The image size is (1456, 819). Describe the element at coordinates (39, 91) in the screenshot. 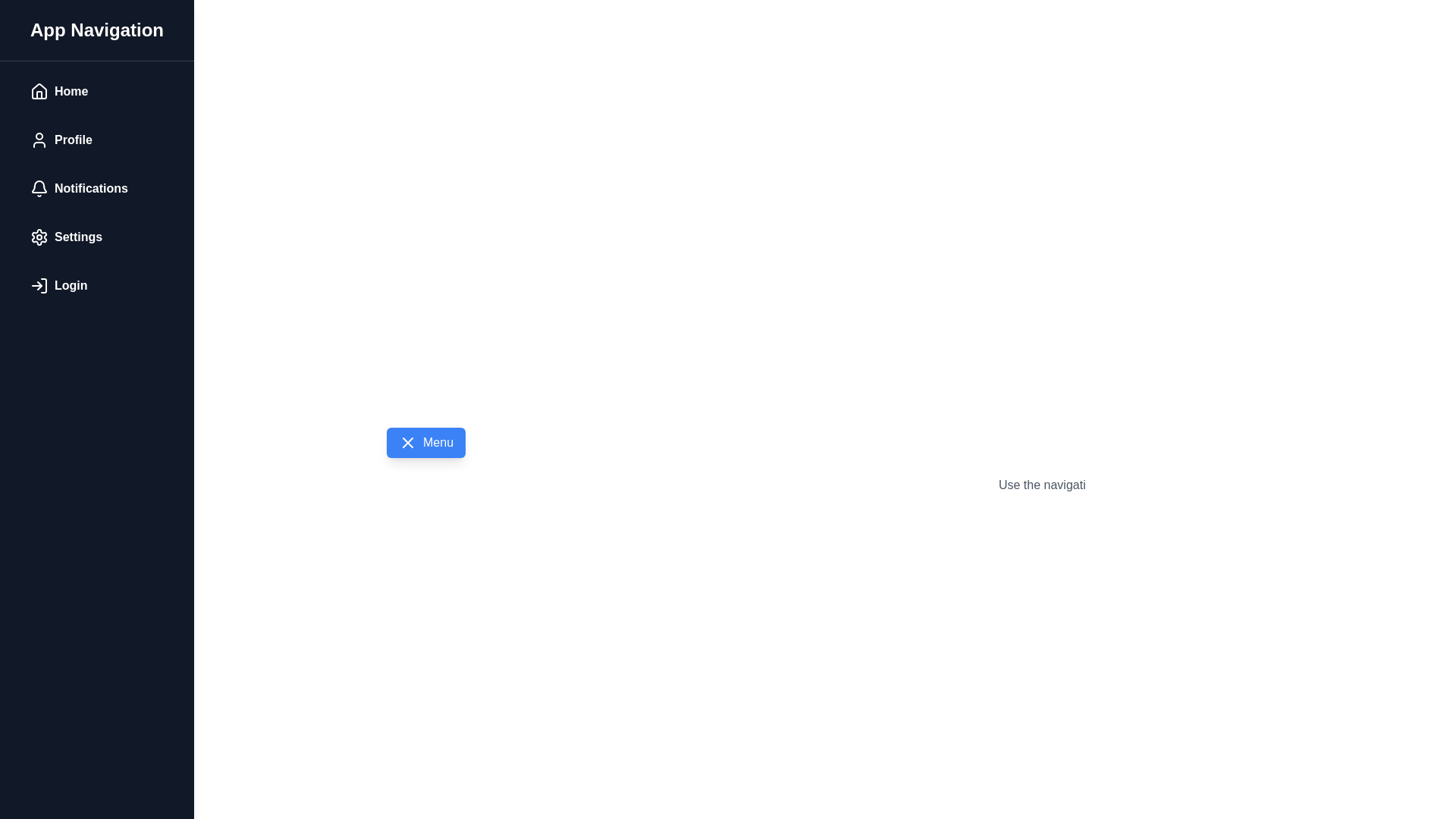

I see `the house-shaped icon in the vertical navigation menu labeled 'Home'` at that location.